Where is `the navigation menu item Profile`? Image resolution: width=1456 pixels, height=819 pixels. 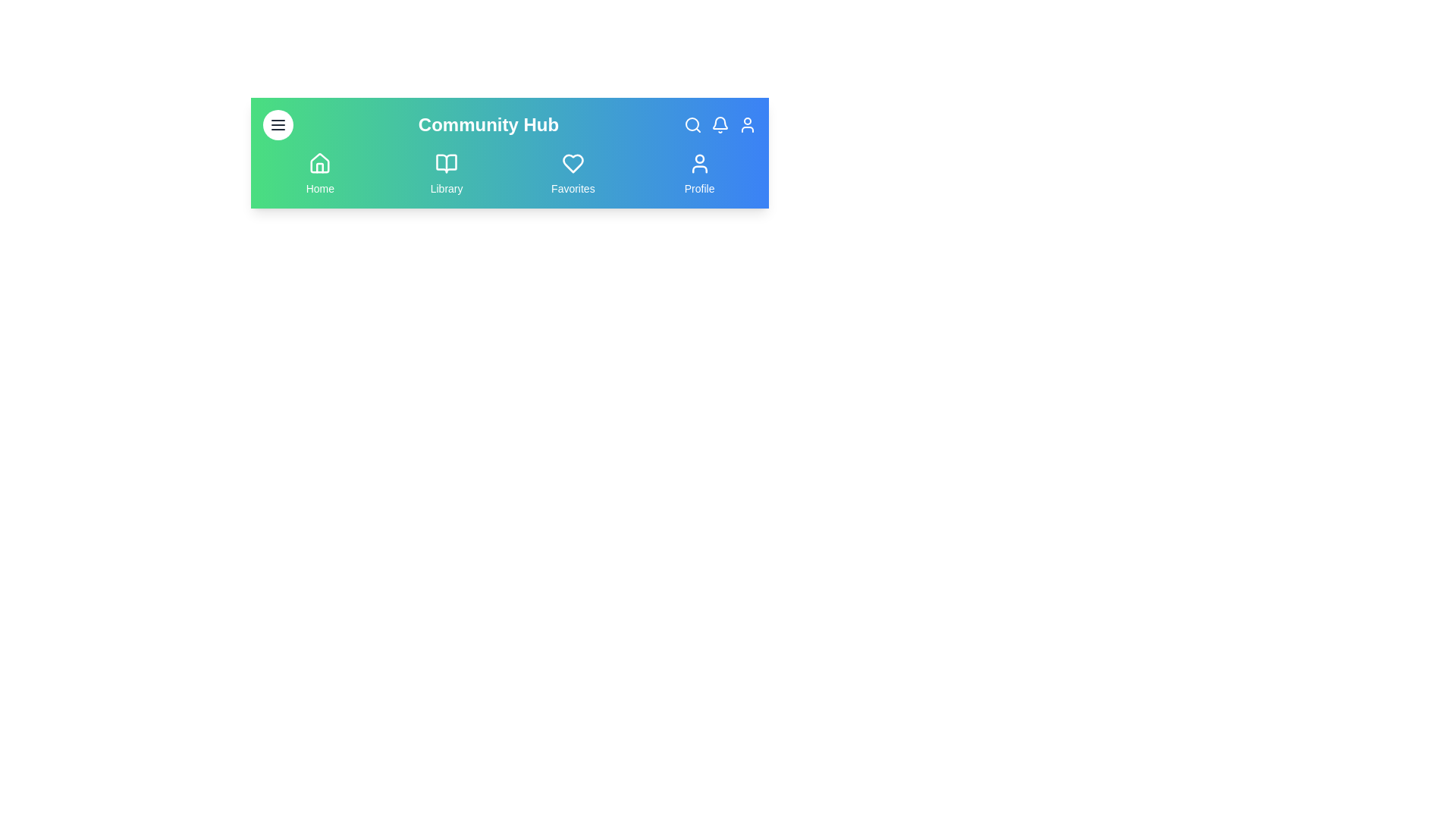 the navigation menu item Profile is located at coordinates (698, 174).